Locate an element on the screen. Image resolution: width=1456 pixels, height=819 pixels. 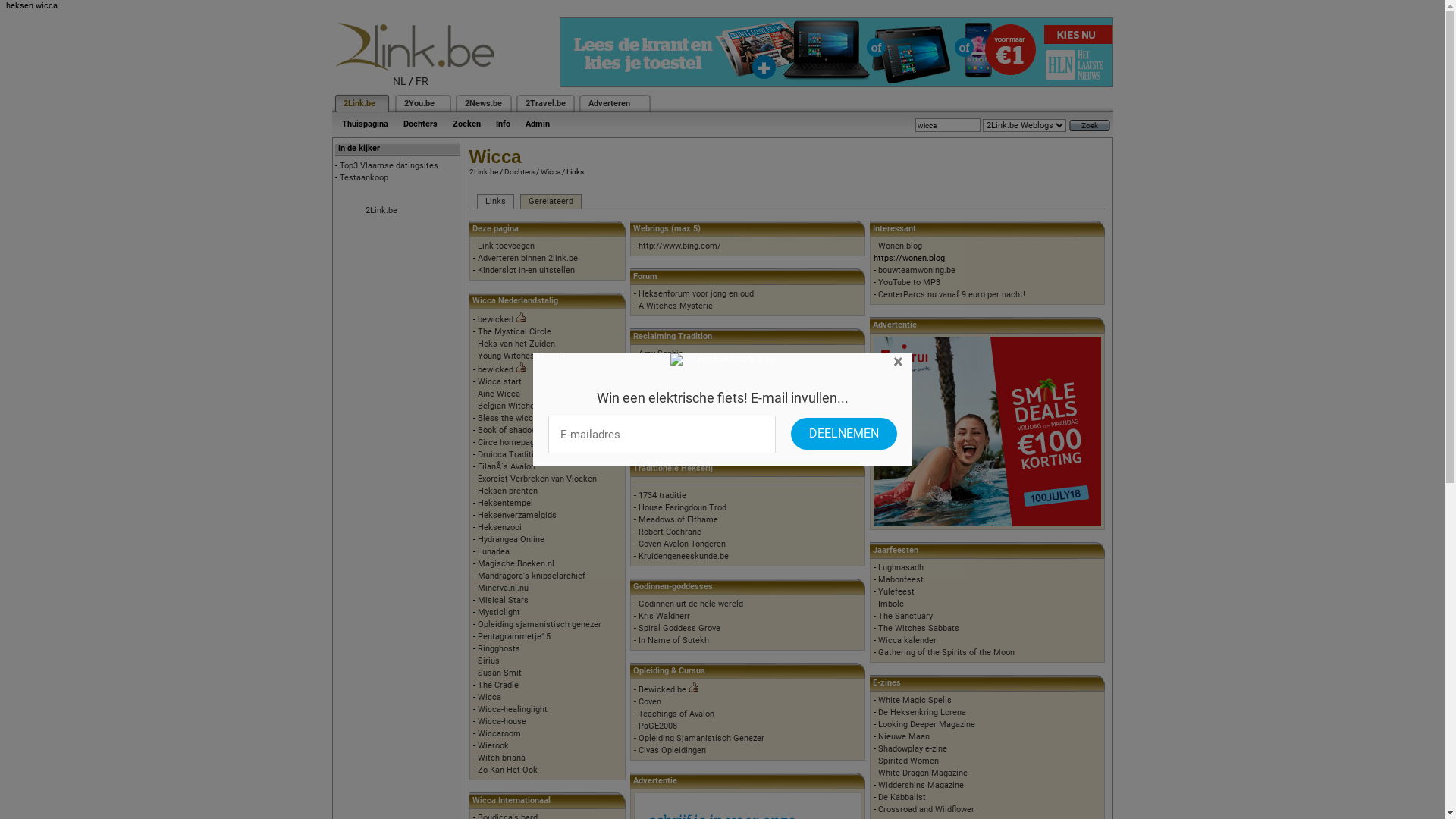
'Magische Boeken.nl' is located at coordinates (476, 563).